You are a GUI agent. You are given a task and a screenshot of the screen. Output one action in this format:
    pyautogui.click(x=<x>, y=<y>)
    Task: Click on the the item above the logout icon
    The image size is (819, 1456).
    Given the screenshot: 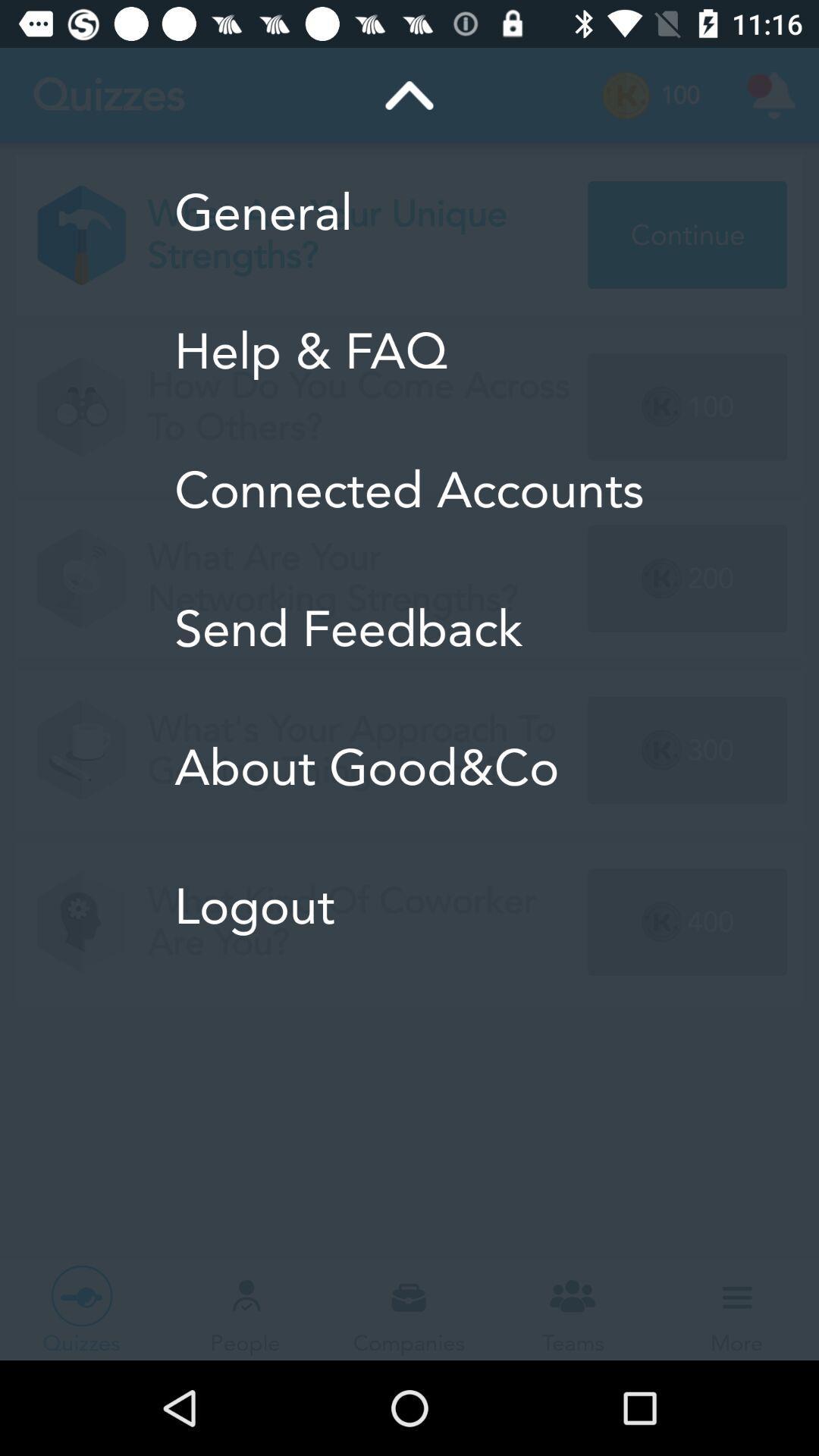 What is the action you would take?
    pyautogui.click(x=408, y=767)
    